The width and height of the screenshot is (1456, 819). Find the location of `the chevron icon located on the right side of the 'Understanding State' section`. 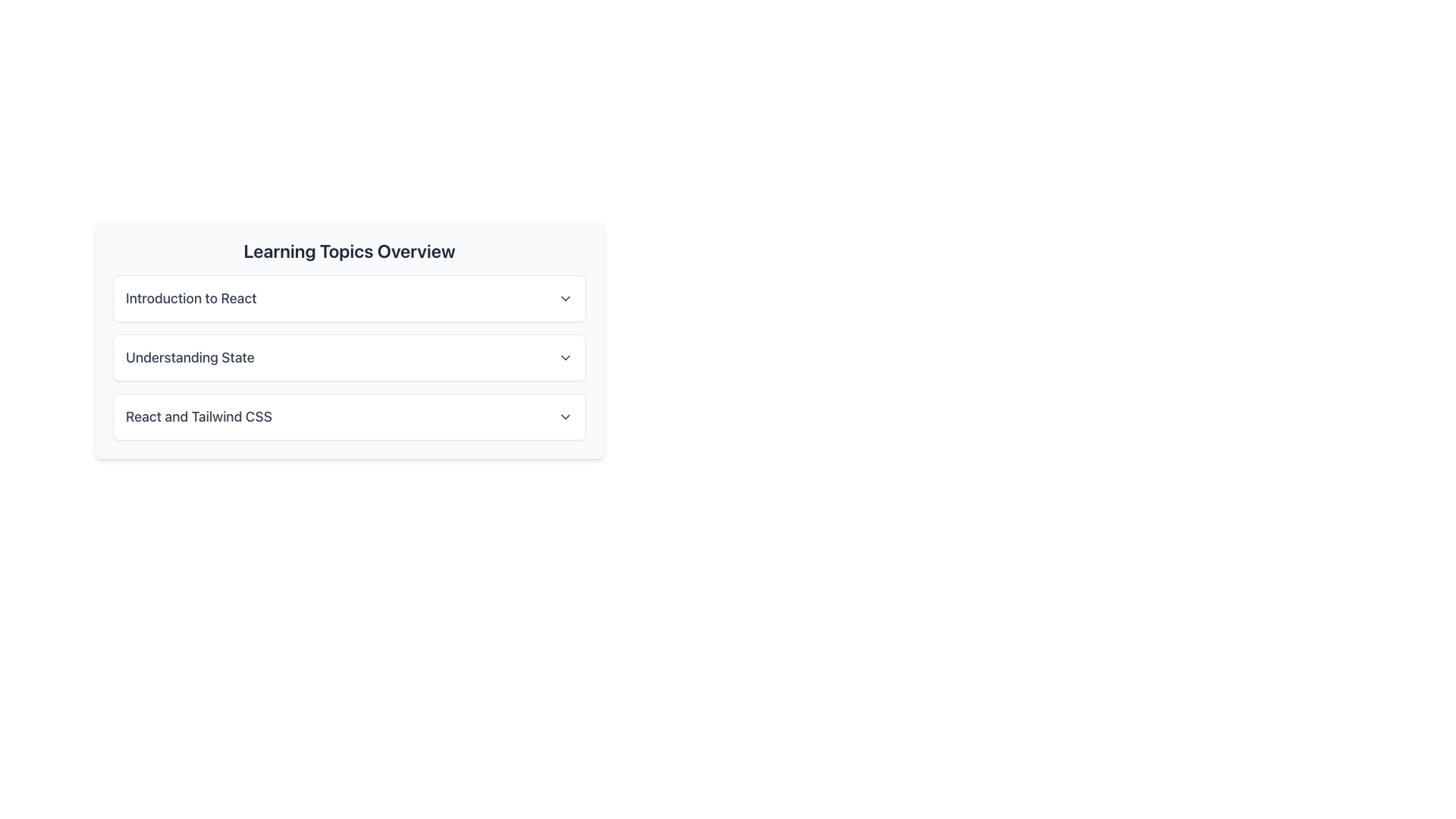

the chevron icon located on the right side of the 'Understanding State' section is located at coordinates (564, 357).